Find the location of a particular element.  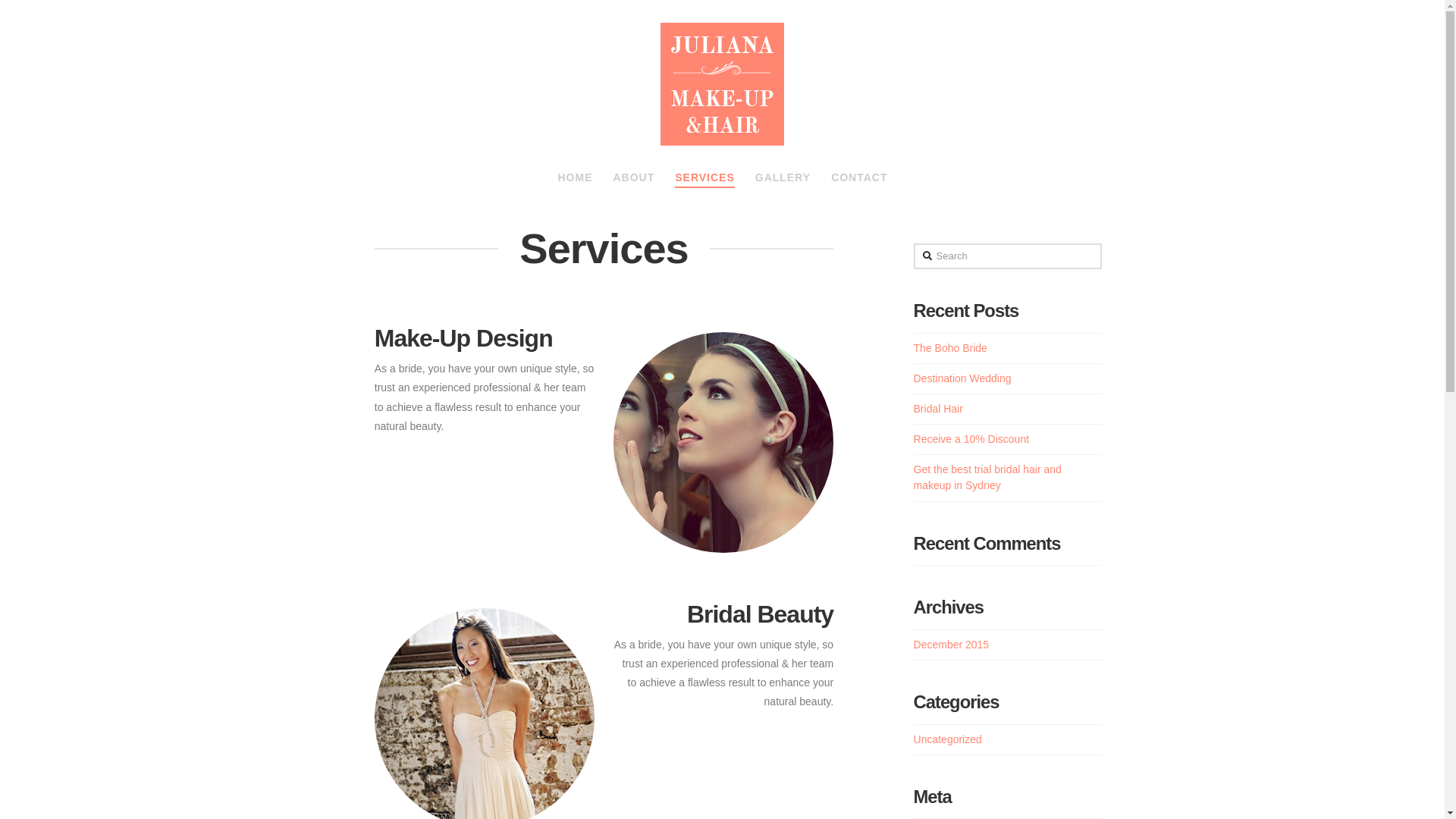

'Uncategorized' is located at coordinates (946, 739).